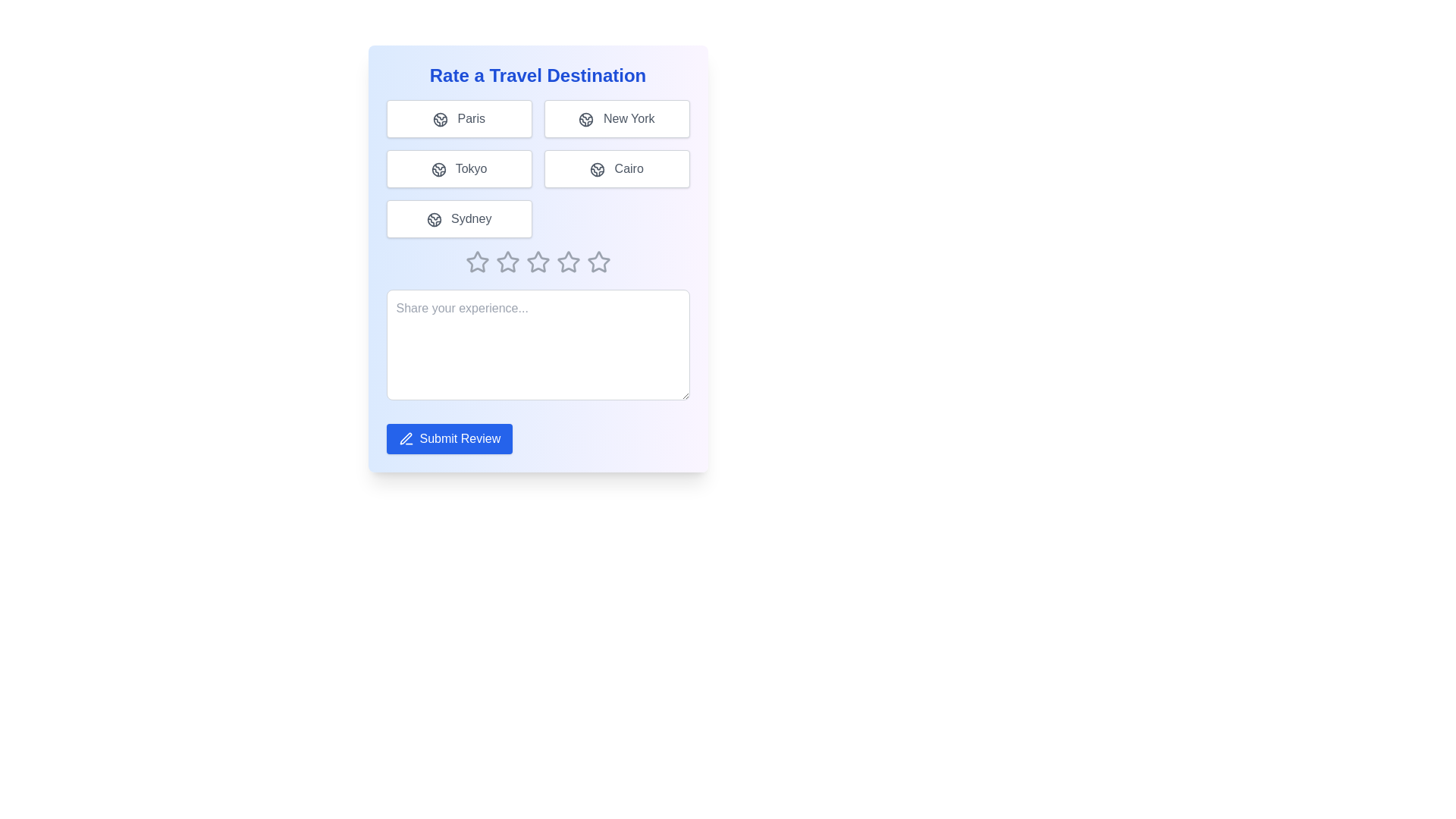 The image size is (1456, 819). I want to click on the 'New York' button, which features an earth icon and is located in the top right corner of the travel destinations grid, so click(617, 118).